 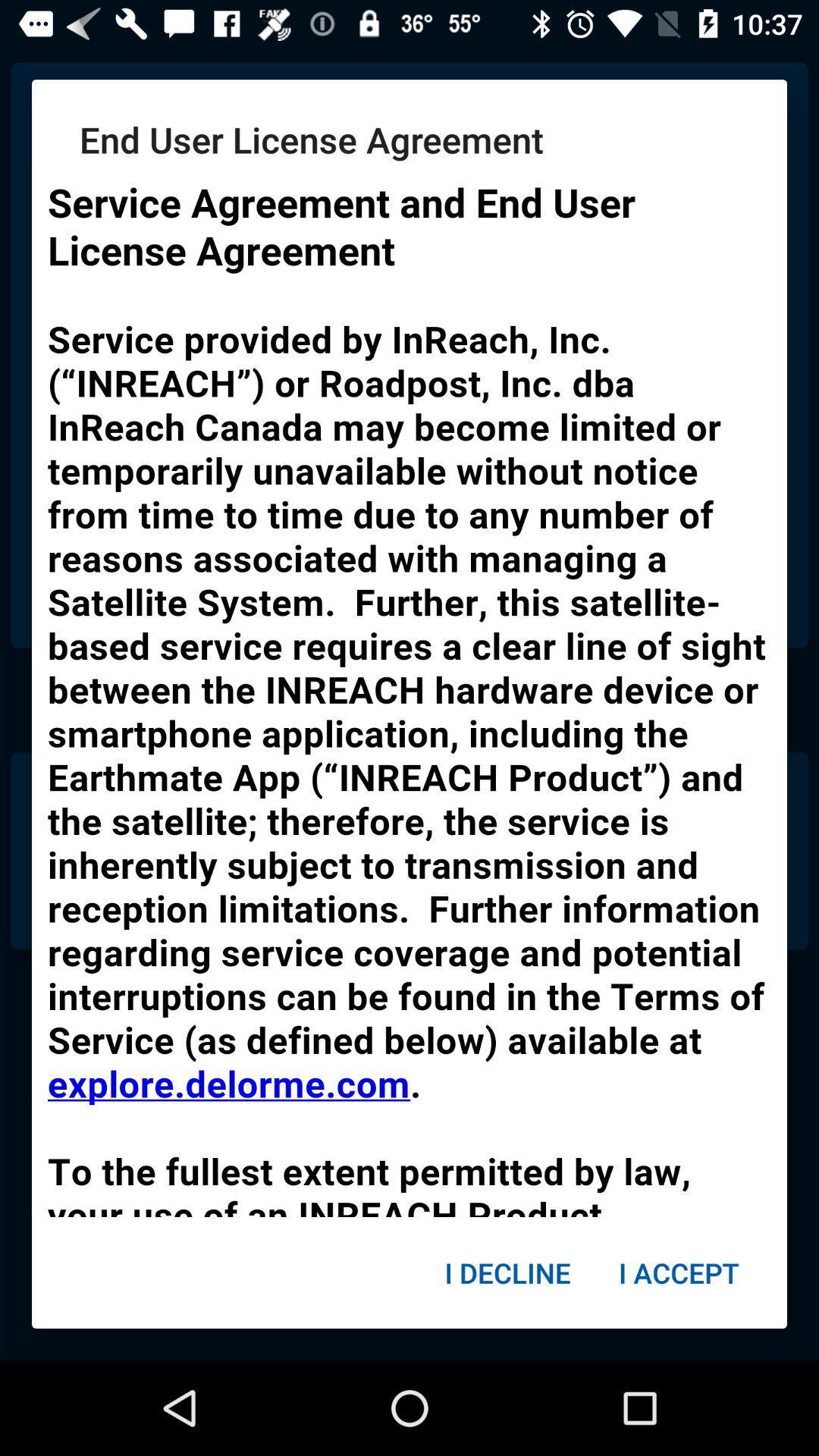 I want to click on click on text, so click(x=409, y=689).